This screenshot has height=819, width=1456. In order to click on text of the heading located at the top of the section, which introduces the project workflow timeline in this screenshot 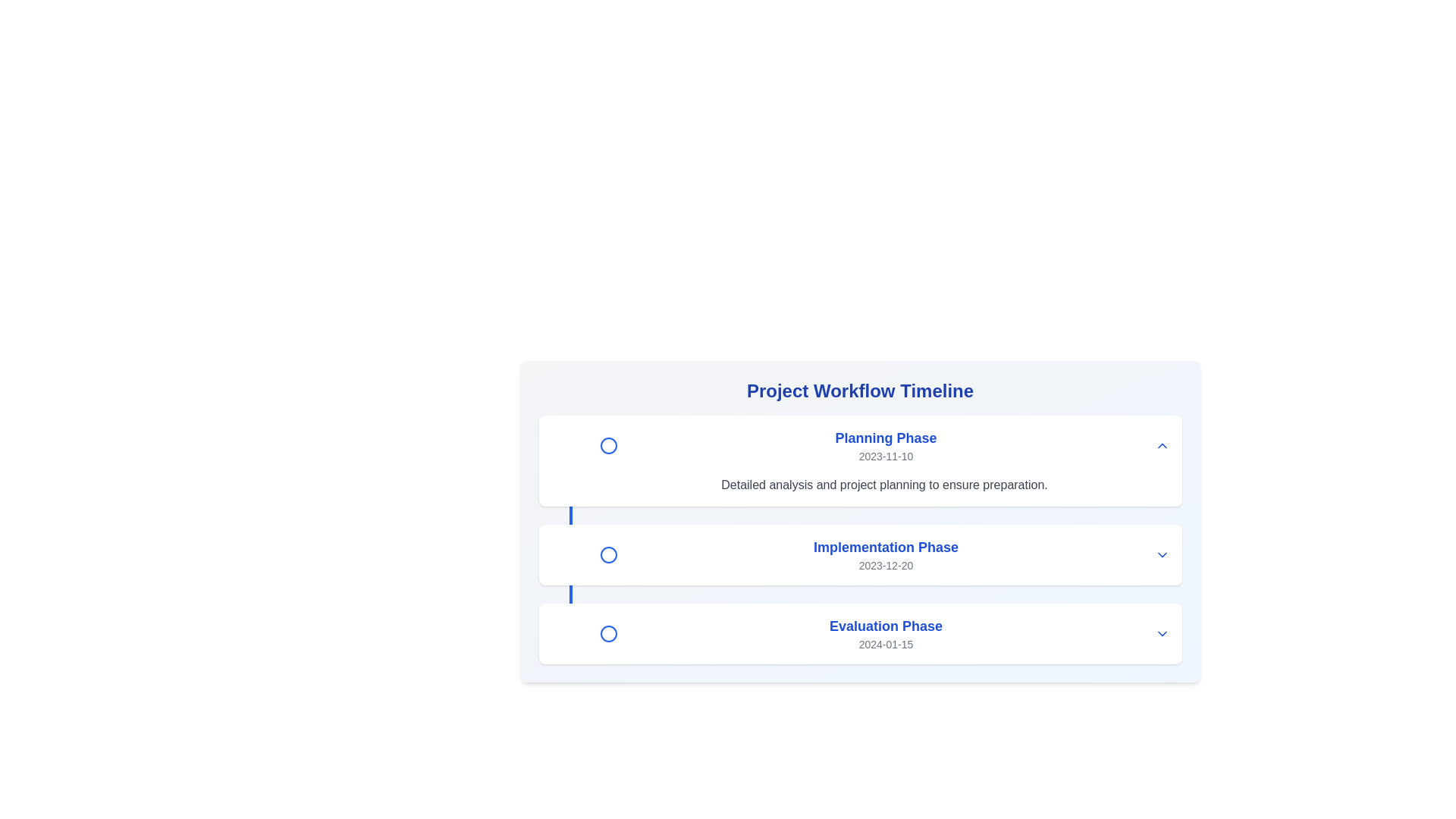, I will do `click(860, 391)`.